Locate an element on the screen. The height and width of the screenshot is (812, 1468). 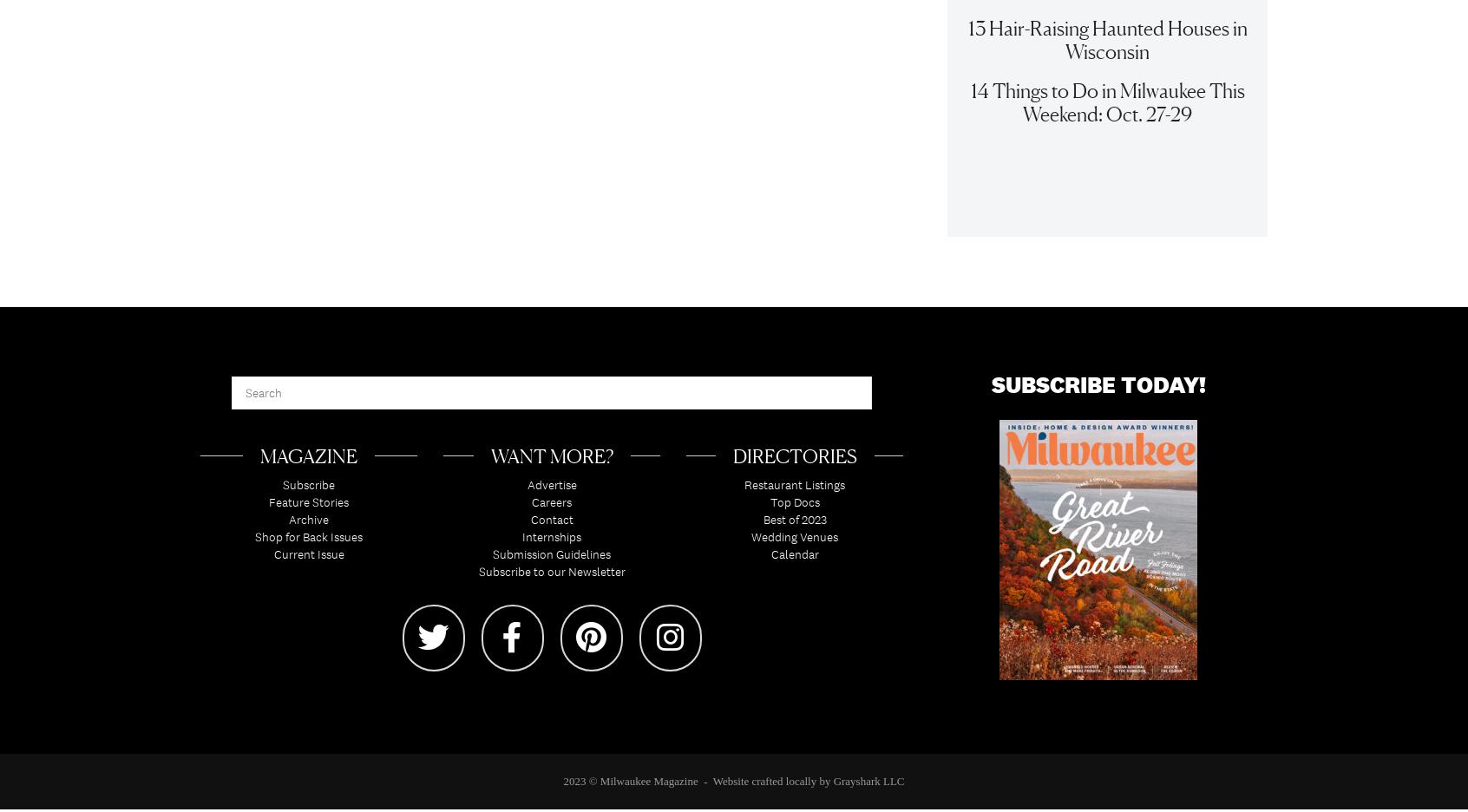
'13 Hair-Raising Haunted Houses in Wisconsin' is located at coordinates (1105, 48).